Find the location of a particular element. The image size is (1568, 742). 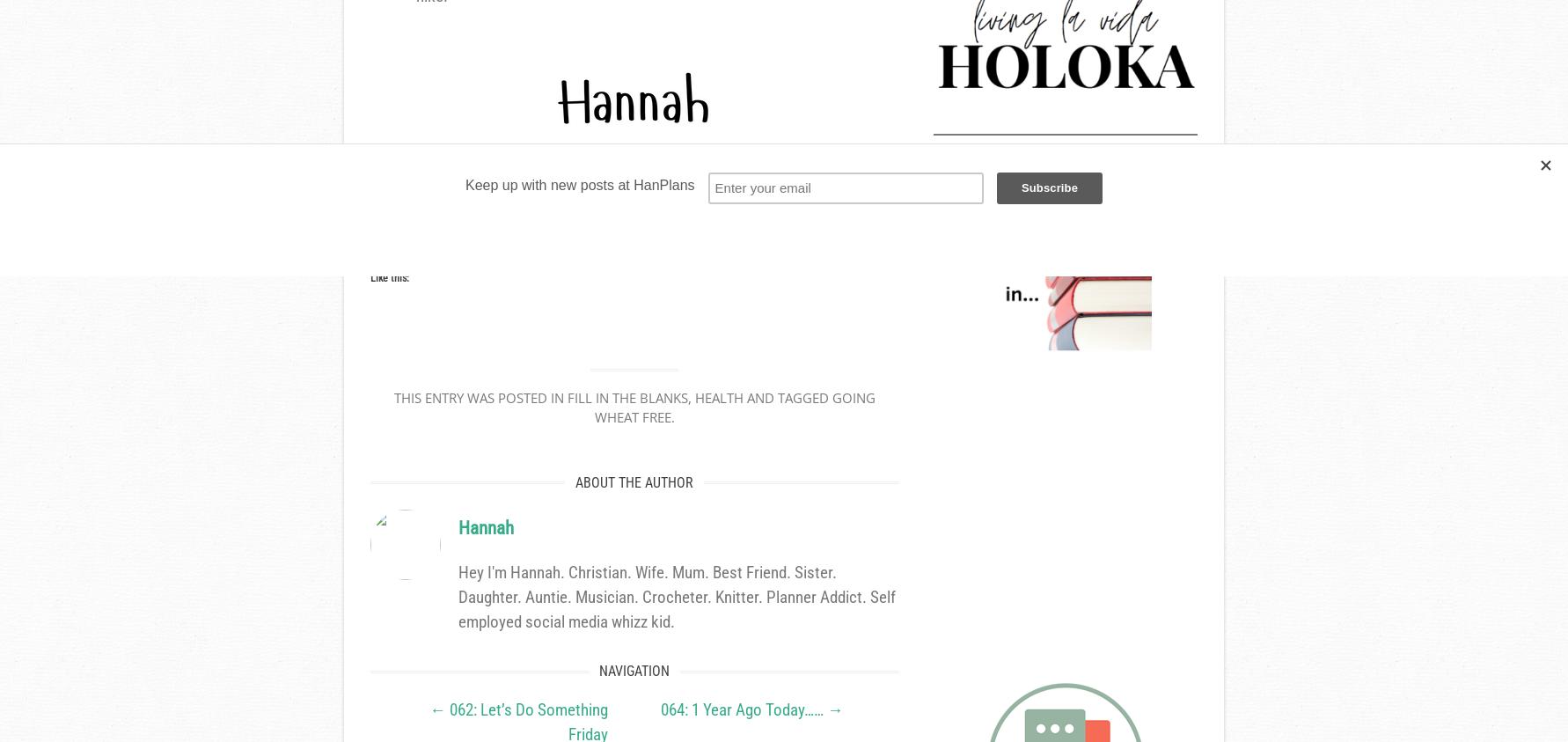

'Hey I'm Hannah. Christian. Wife. Mum. Best Friend. Sister. Daughter. Auntie. Musician. Crocheter. Knitter. Planner Addict. Self employed social media whizz kid.' is located at coordinates (677, 597).